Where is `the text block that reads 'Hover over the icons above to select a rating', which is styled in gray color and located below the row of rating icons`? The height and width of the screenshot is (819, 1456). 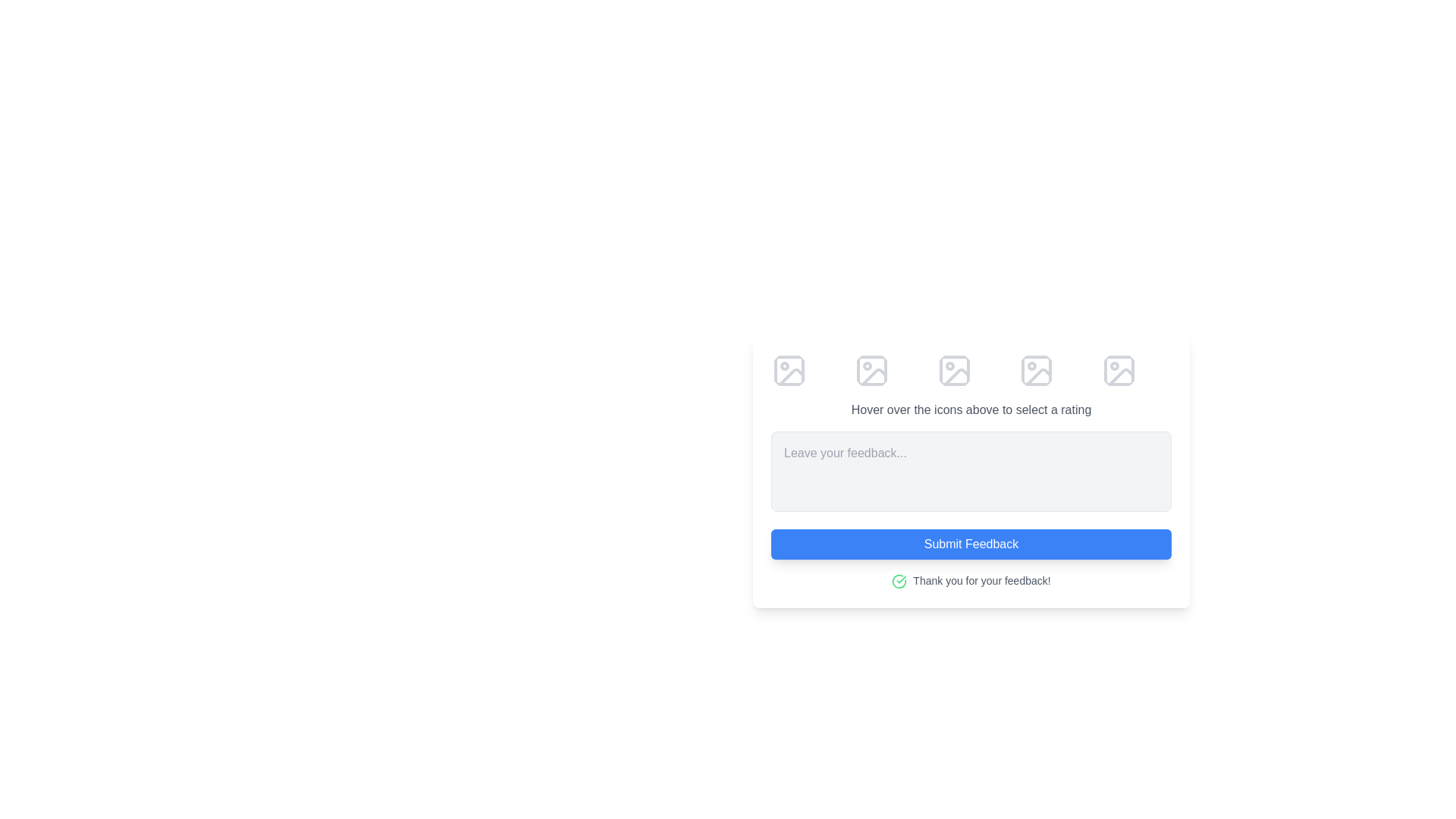
the text block that reads 'Hover over the icons above to select a rating', which is styled in gray color and located below the row of rating icons is located at coordinates (971, 409).